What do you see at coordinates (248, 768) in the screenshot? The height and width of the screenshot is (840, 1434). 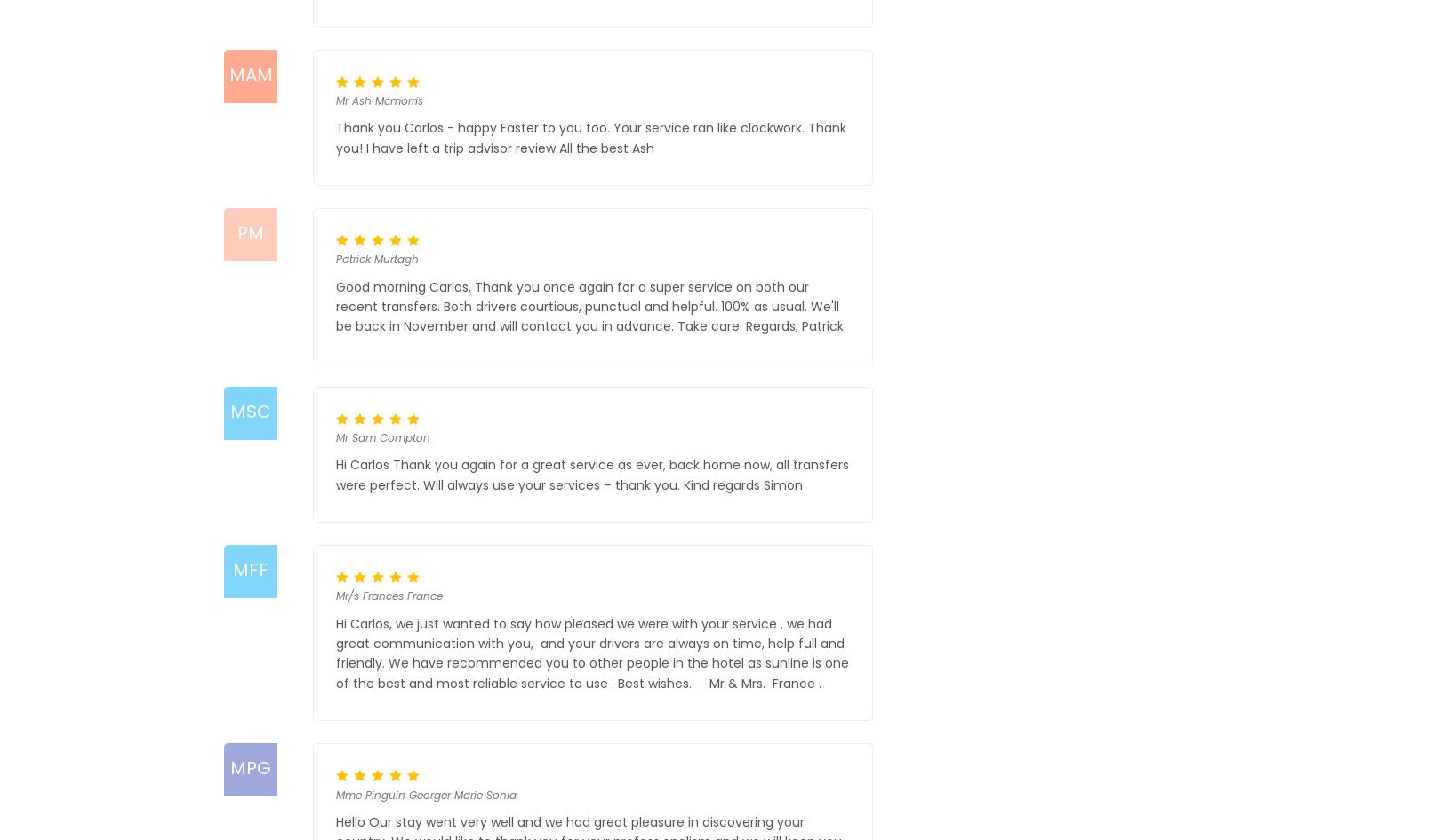 I see `'MPG'` at bounding box center [248, 768].